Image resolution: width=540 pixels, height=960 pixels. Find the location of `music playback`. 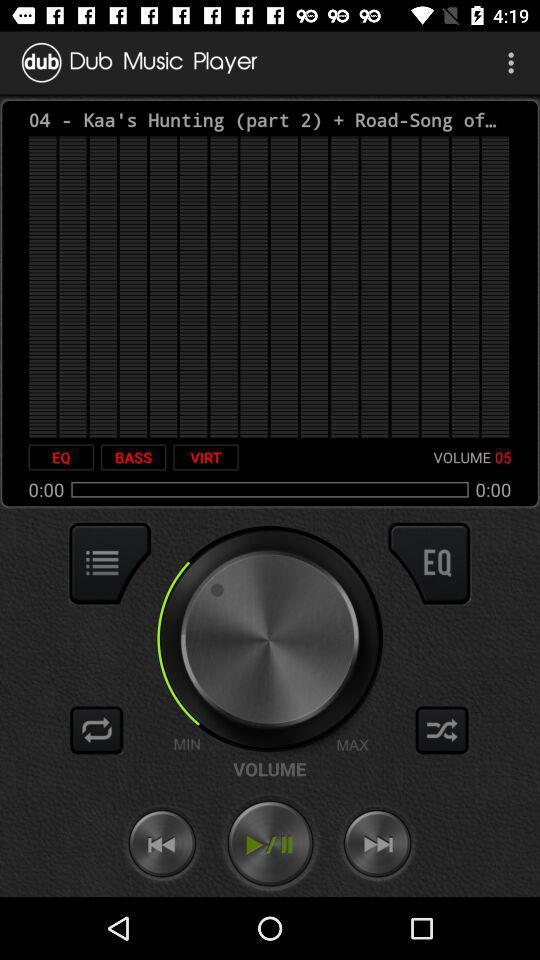

music playback is located at coordinates (270, 843).